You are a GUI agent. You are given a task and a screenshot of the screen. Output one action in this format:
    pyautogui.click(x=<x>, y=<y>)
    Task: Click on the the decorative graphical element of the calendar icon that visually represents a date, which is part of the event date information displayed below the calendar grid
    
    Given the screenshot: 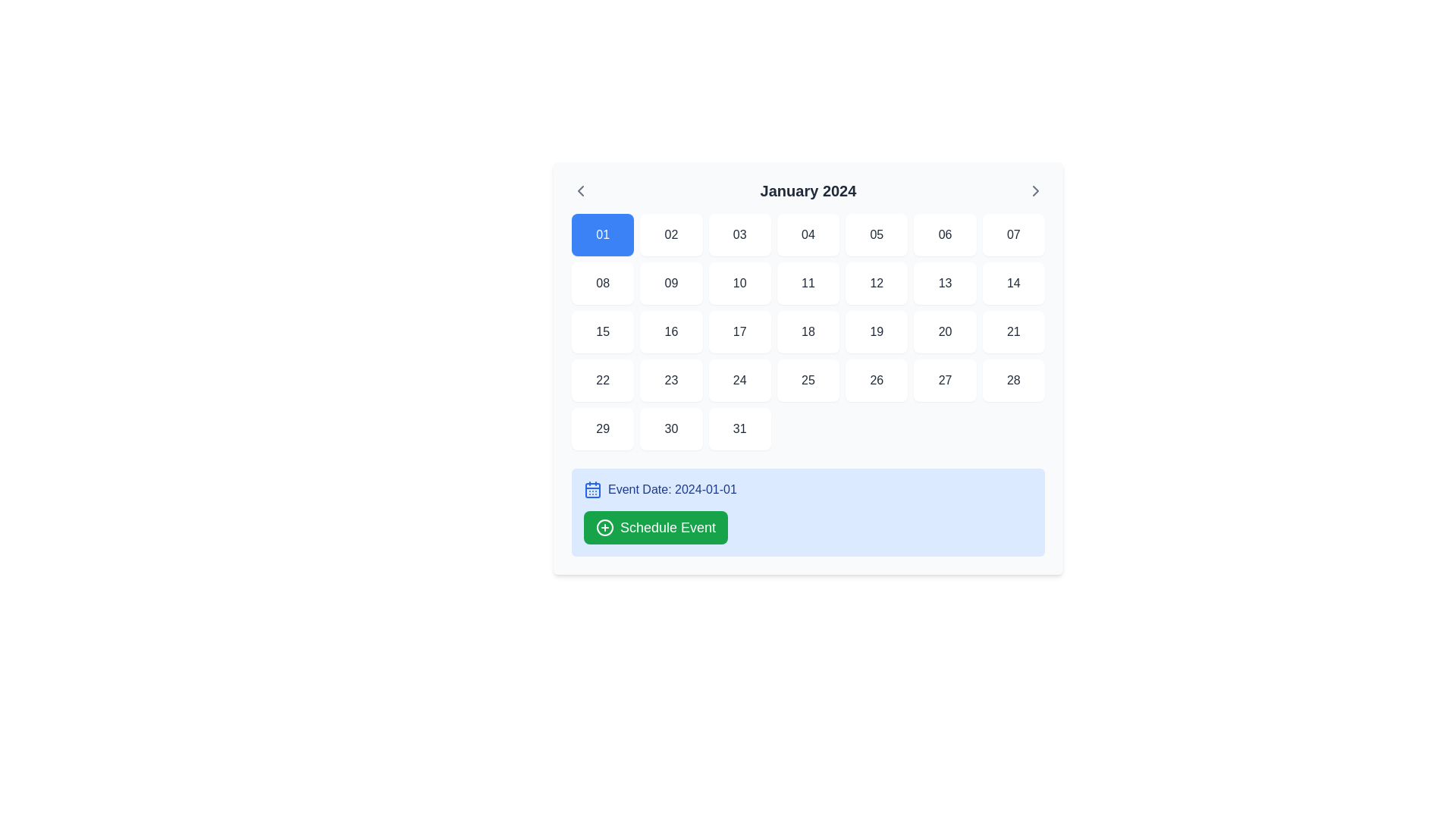 What is the action you would take?
    pyautogui.click(x=592, y=491)
    